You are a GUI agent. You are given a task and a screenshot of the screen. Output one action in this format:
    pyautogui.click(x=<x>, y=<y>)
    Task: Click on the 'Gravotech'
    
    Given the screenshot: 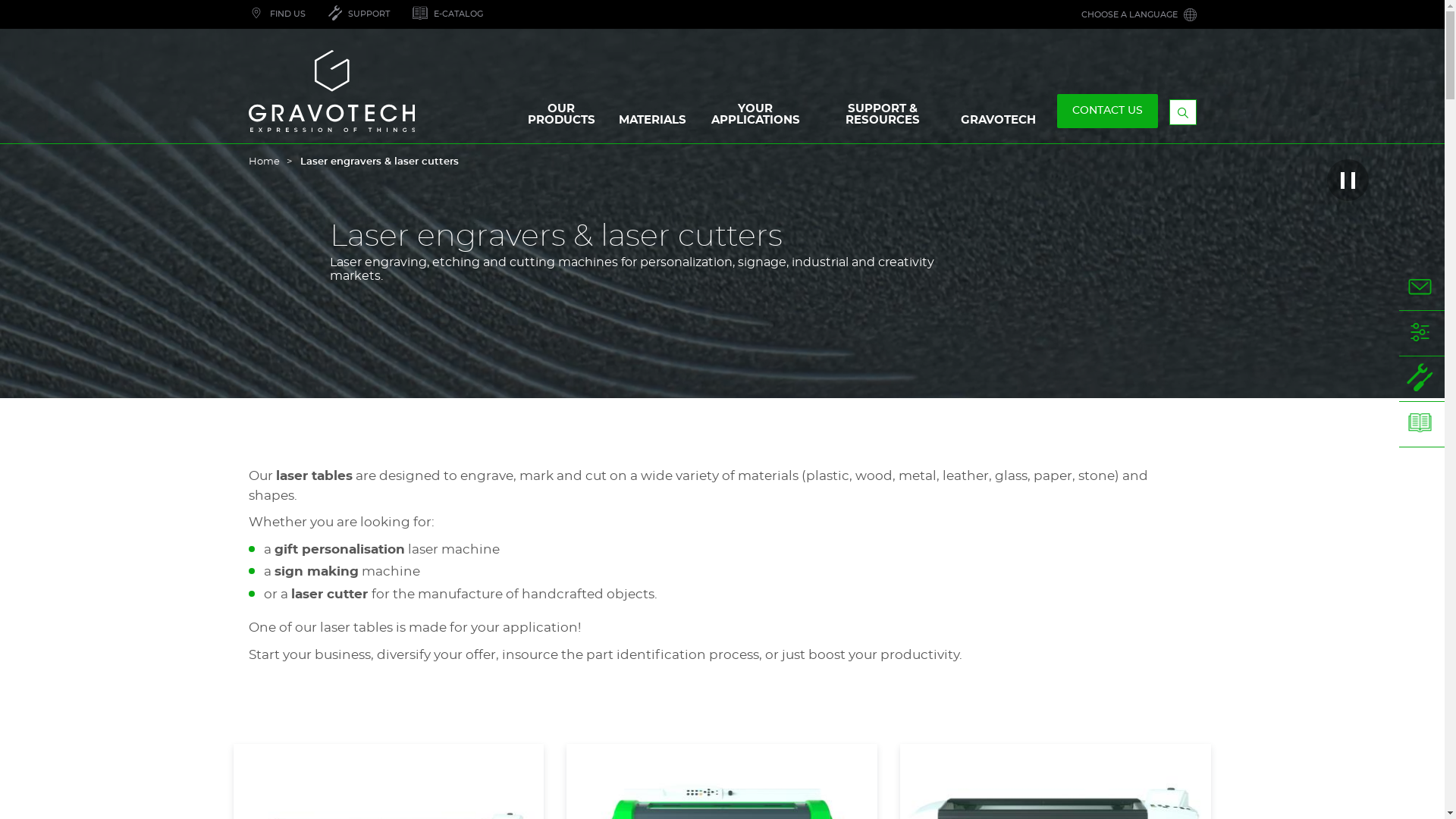 What is the action you would take?
    pyautogui.click(x=248, y=90)
    